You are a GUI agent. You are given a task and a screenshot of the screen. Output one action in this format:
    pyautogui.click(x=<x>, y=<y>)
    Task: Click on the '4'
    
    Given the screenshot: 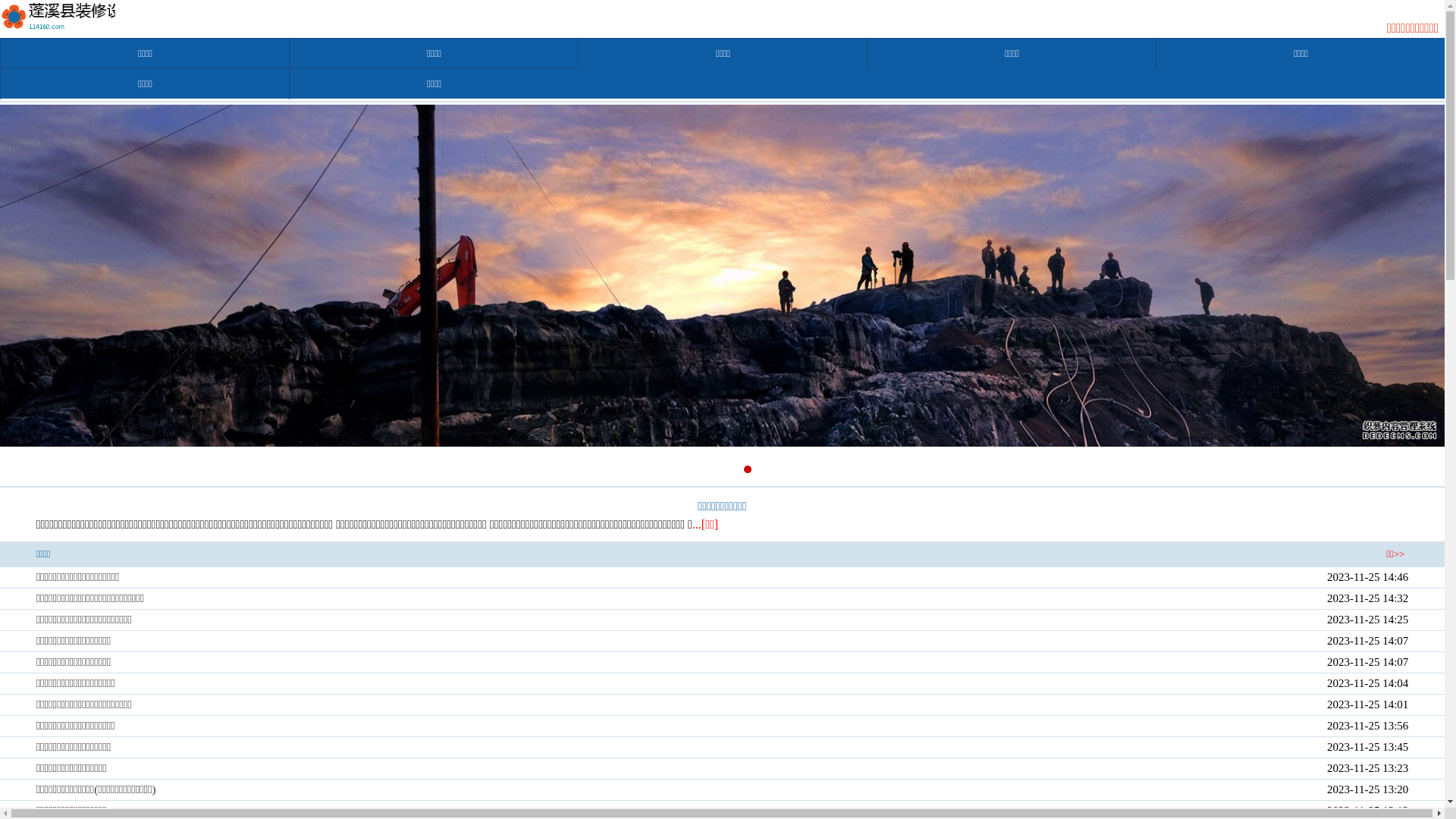 What is the action you would take?
    pyautogui.click(x=746, y=468)
    